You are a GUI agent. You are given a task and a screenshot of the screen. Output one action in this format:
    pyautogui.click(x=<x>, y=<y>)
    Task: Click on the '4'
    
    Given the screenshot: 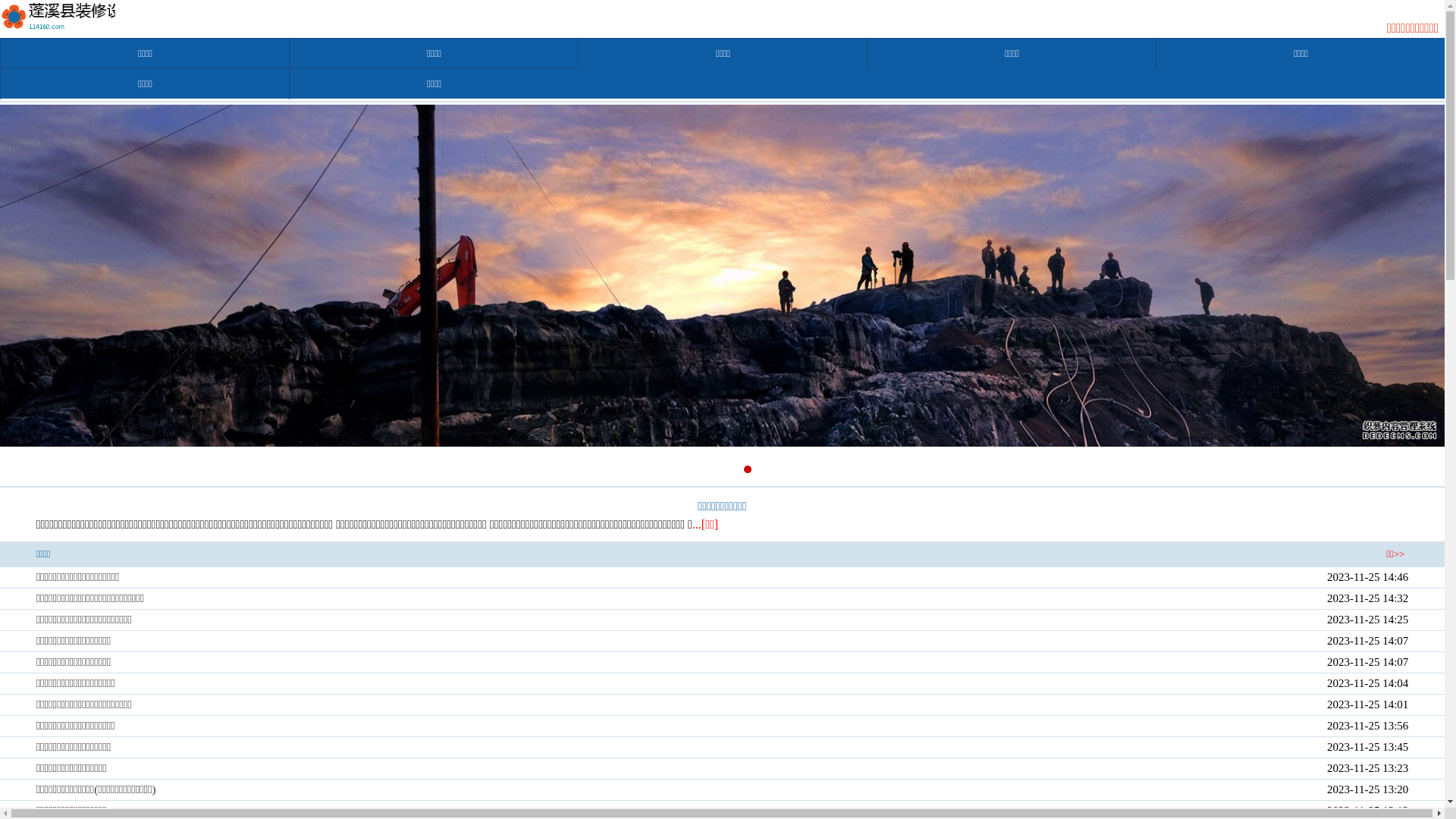 What is the action you would take?
    pyautogui.click(x=746, y=468)
    